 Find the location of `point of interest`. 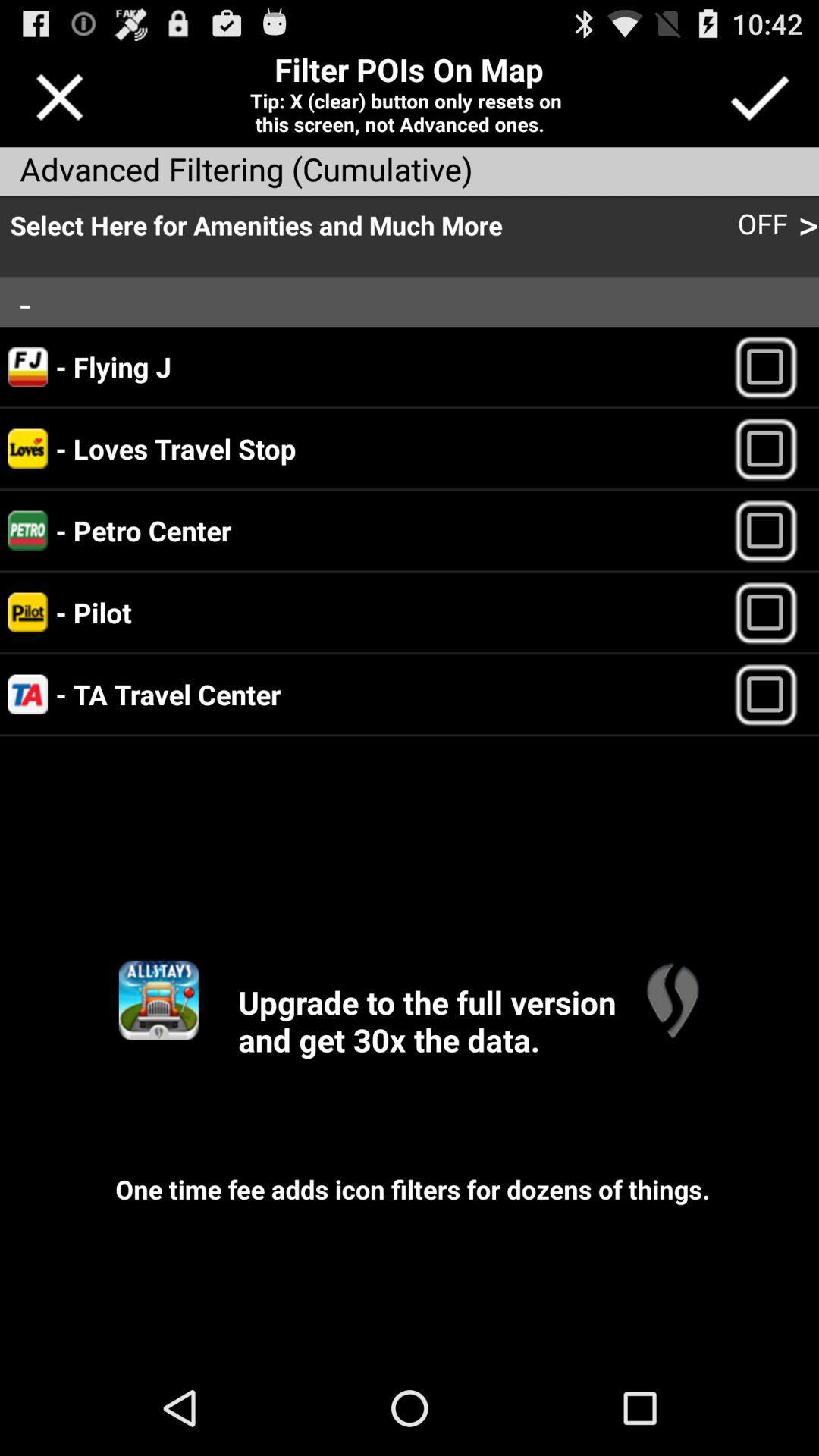

point of interest is located at coordinates (773, 447).